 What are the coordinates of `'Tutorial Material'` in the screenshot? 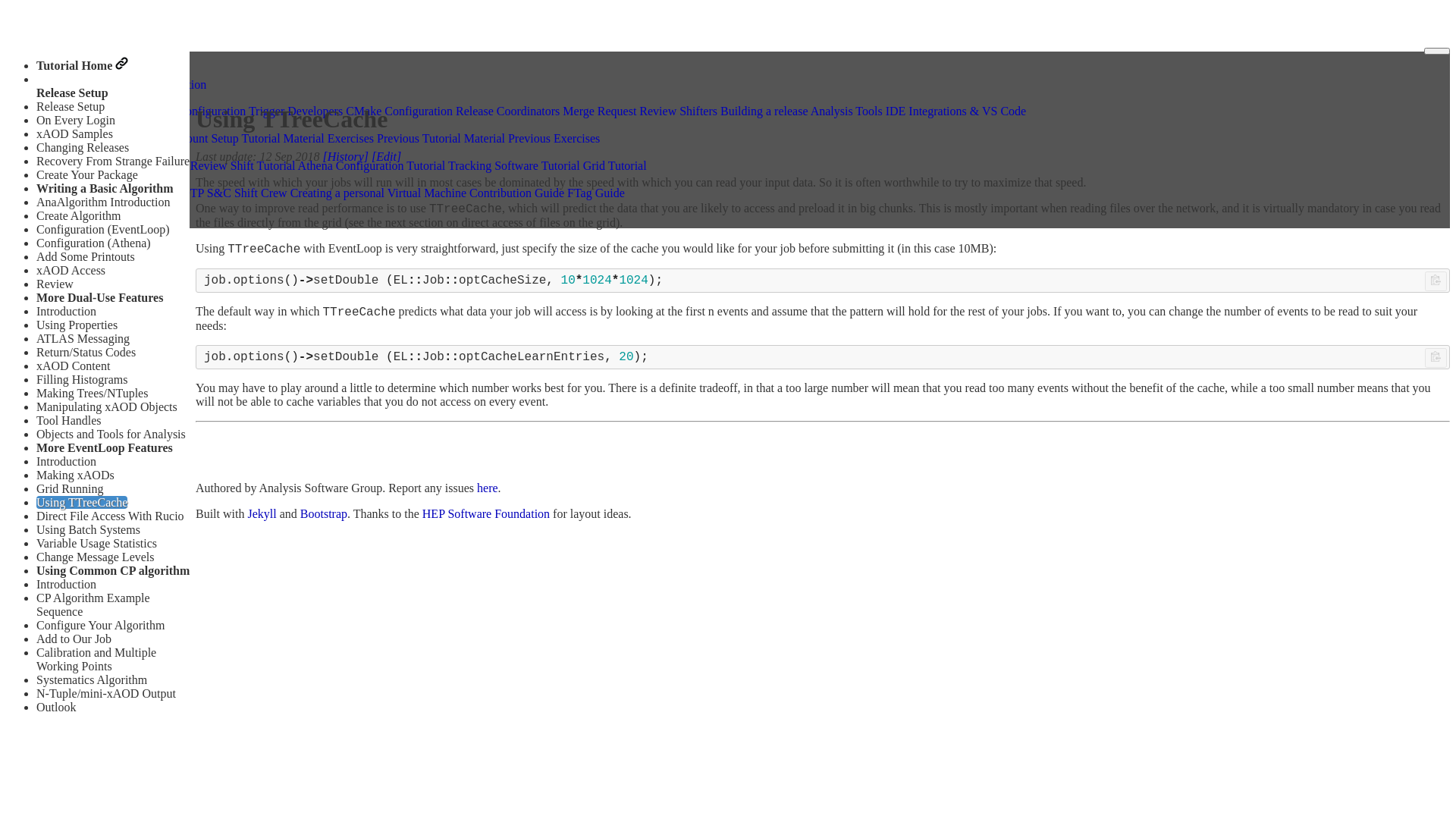 It's located at (240, 138).